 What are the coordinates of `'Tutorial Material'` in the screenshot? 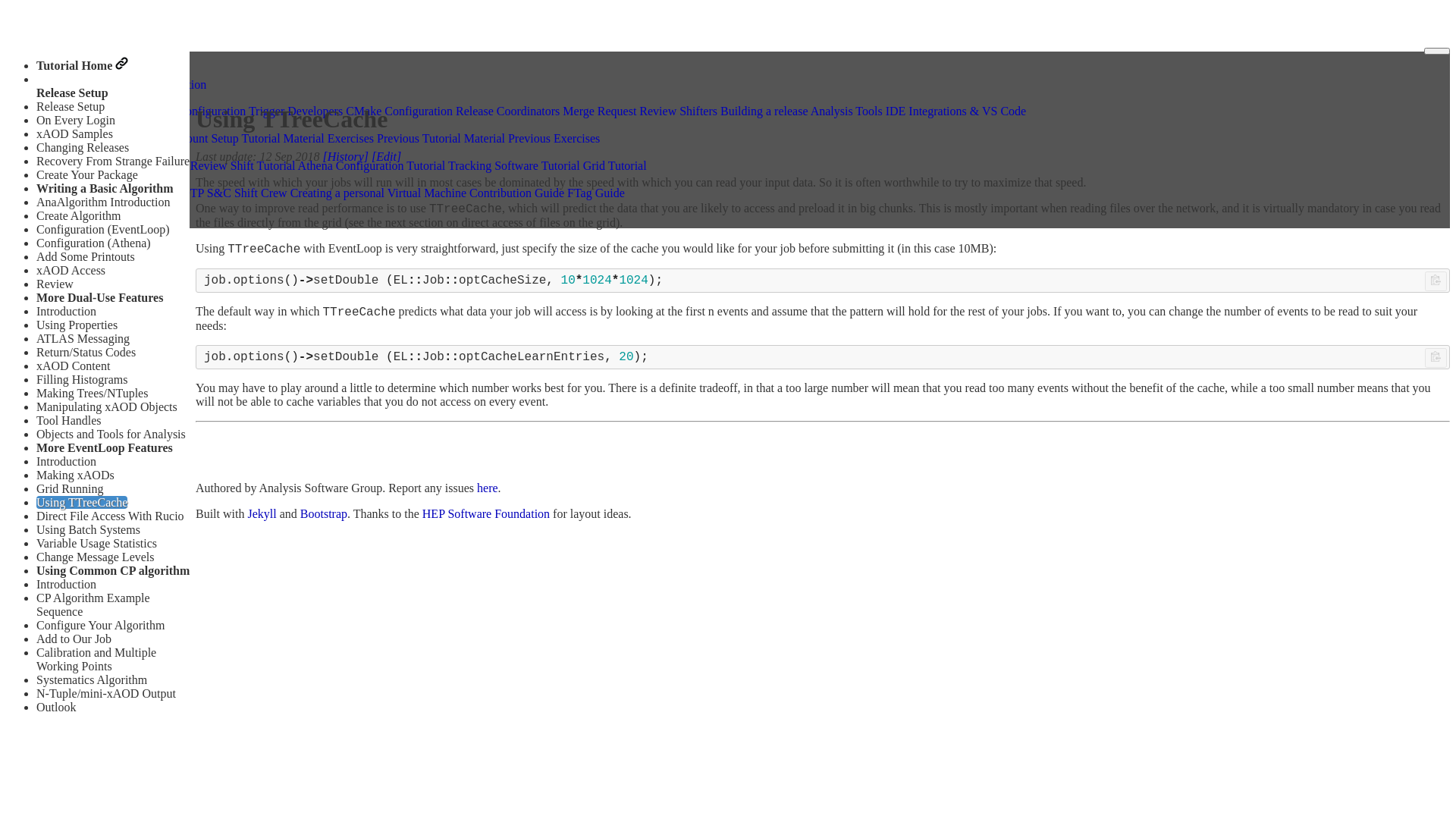 It's located at (240, 138).